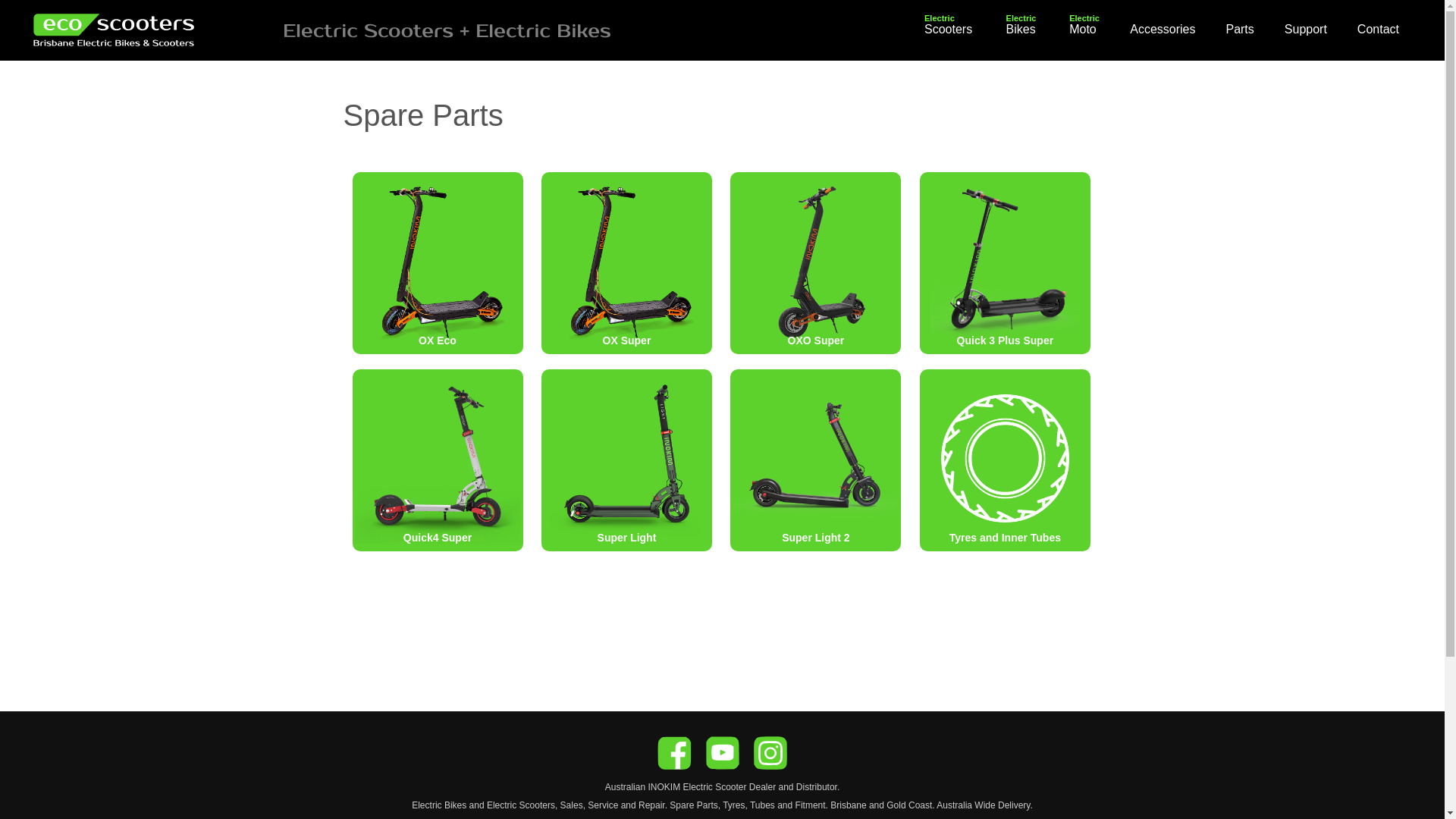 Image resolution: width=1456 pixels, height=819 pixels. Describe the element at coordinates (947, 29) in the screenshot. I see `'Electric` at that location.